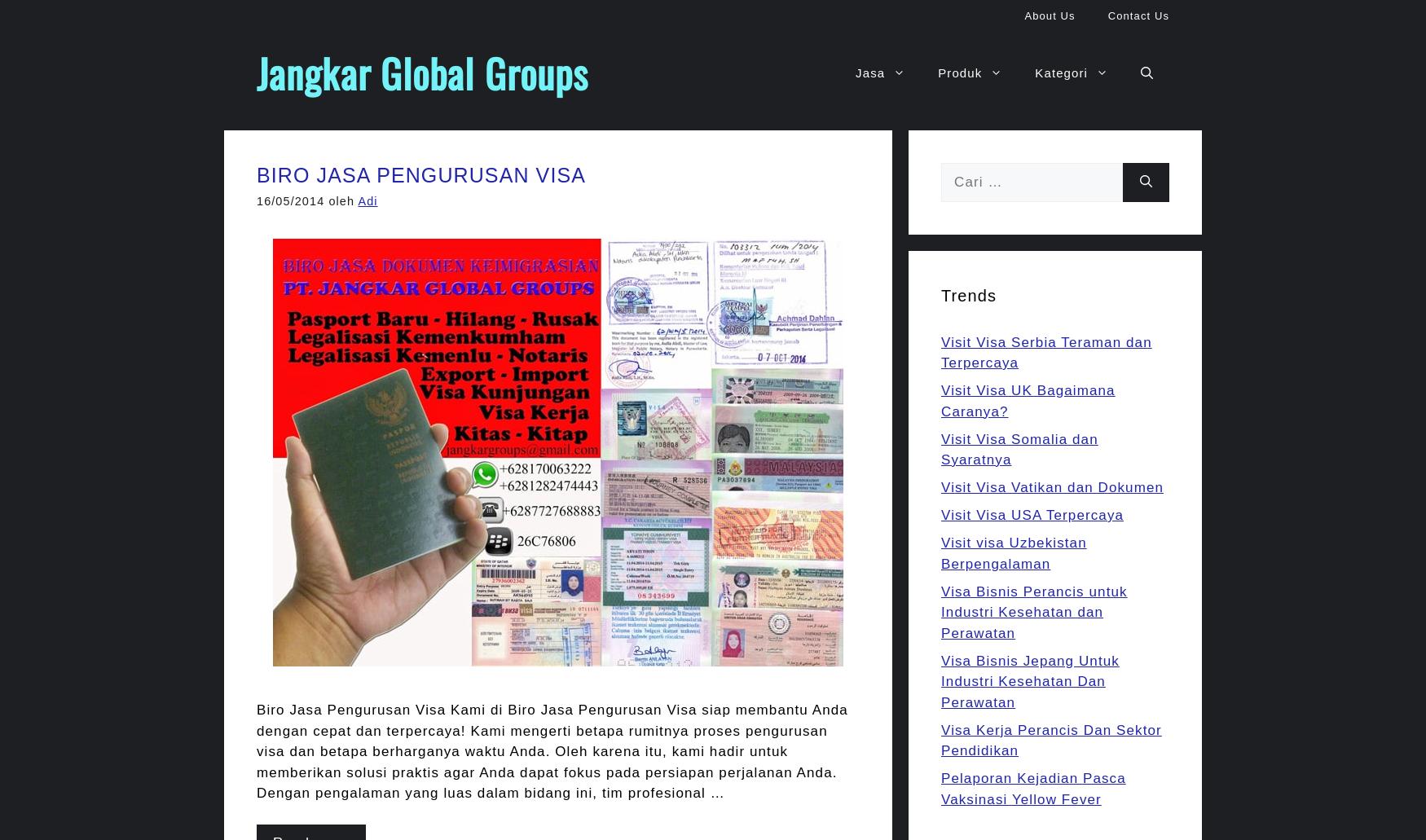 Image resolution: width=1426 pixels, height=840 pixels. Describe the element at coordinates (940, 448) in the screenshot. I see `'Visit Visa Somalia dan Syaratnya'` at that location.